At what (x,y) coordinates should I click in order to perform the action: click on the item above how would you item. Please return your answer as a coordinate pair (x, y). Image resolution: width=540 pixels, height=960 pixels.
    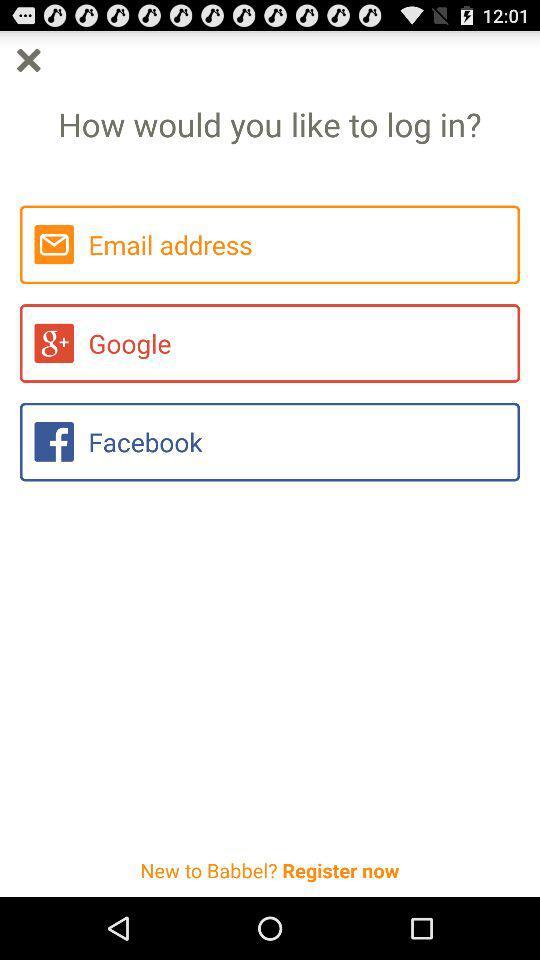
    Looking at the image, I should click on (27, 59).